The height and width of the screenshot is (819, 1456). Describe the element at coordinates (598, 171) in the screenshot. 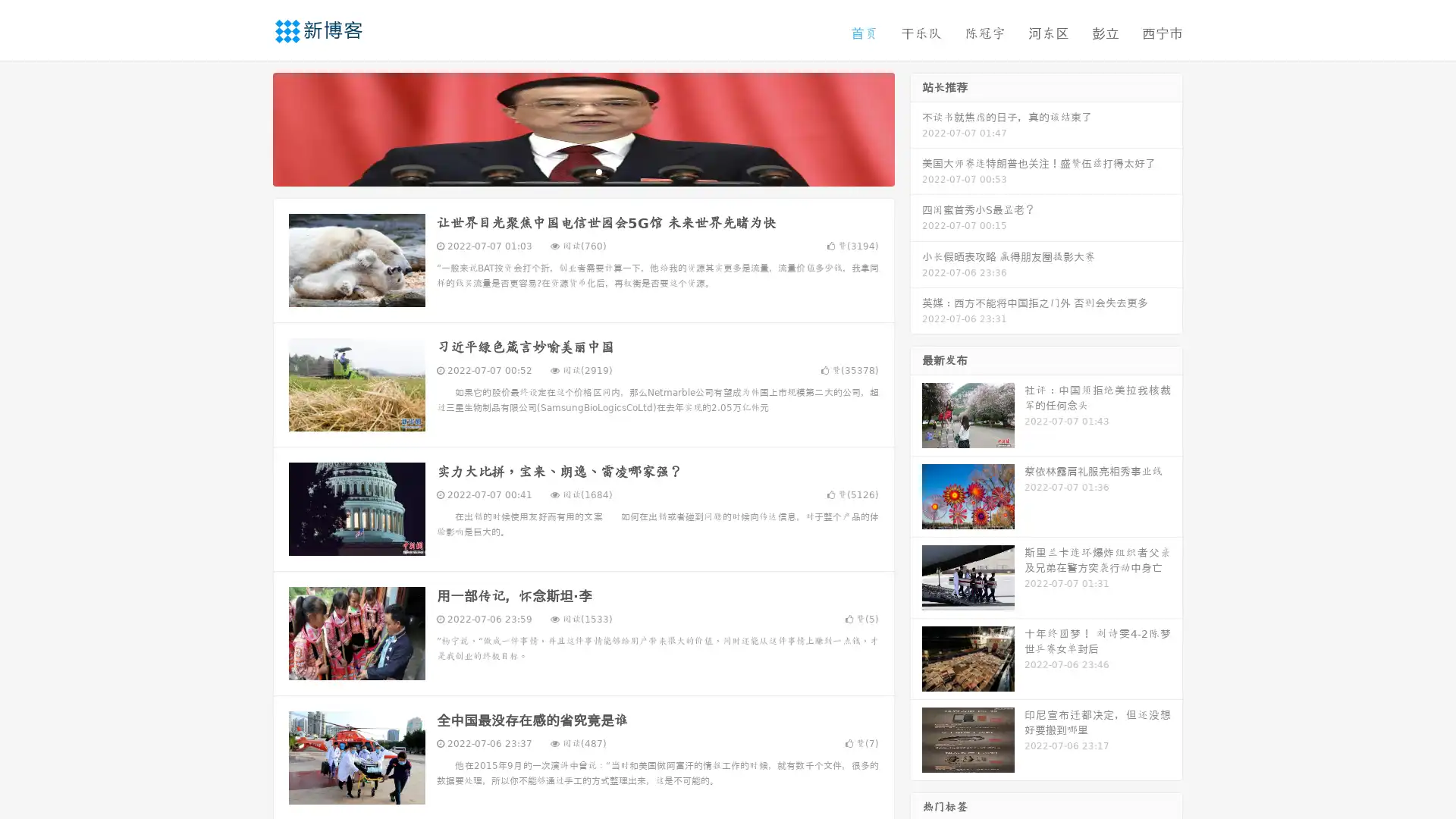

I see `Go to slide 3` at that location.